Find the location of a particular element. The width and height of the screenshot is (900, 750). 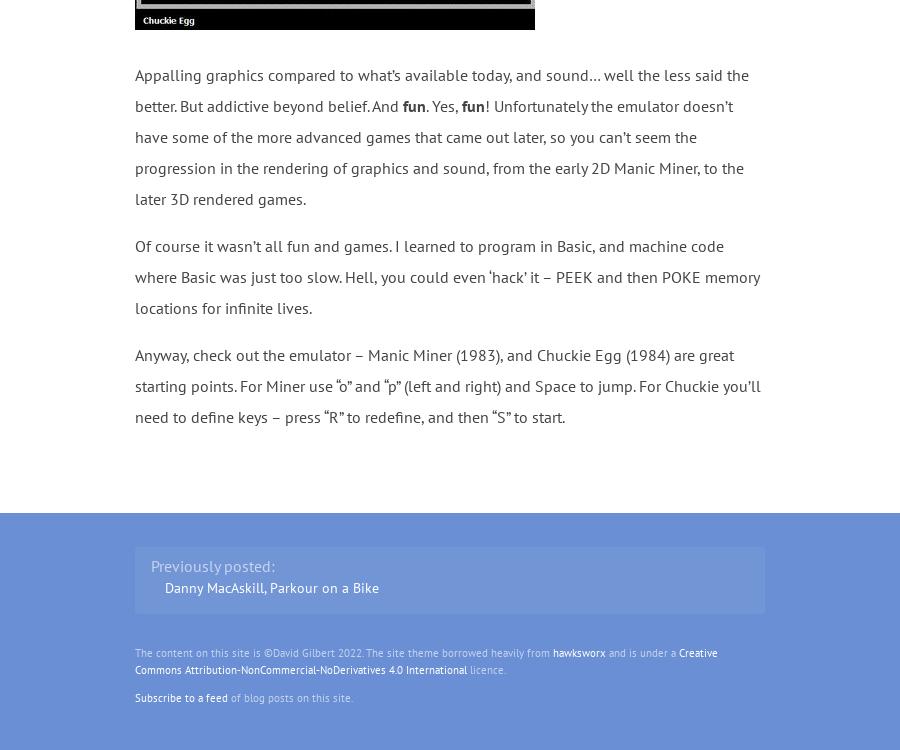

'and is under a' is located at coordinates (605, 653).